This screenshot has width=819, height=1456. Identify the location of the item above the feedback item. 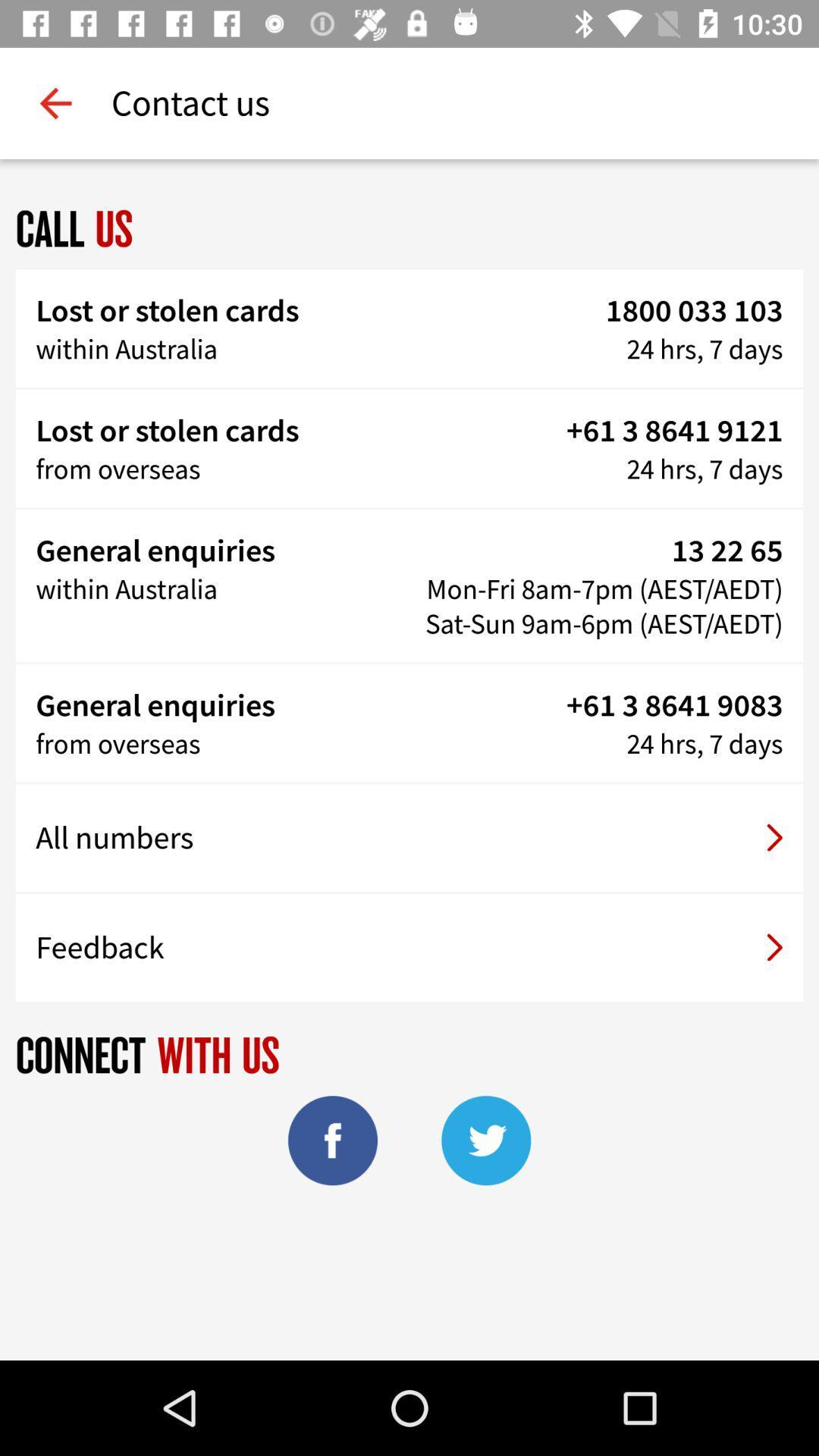
(409, 837).